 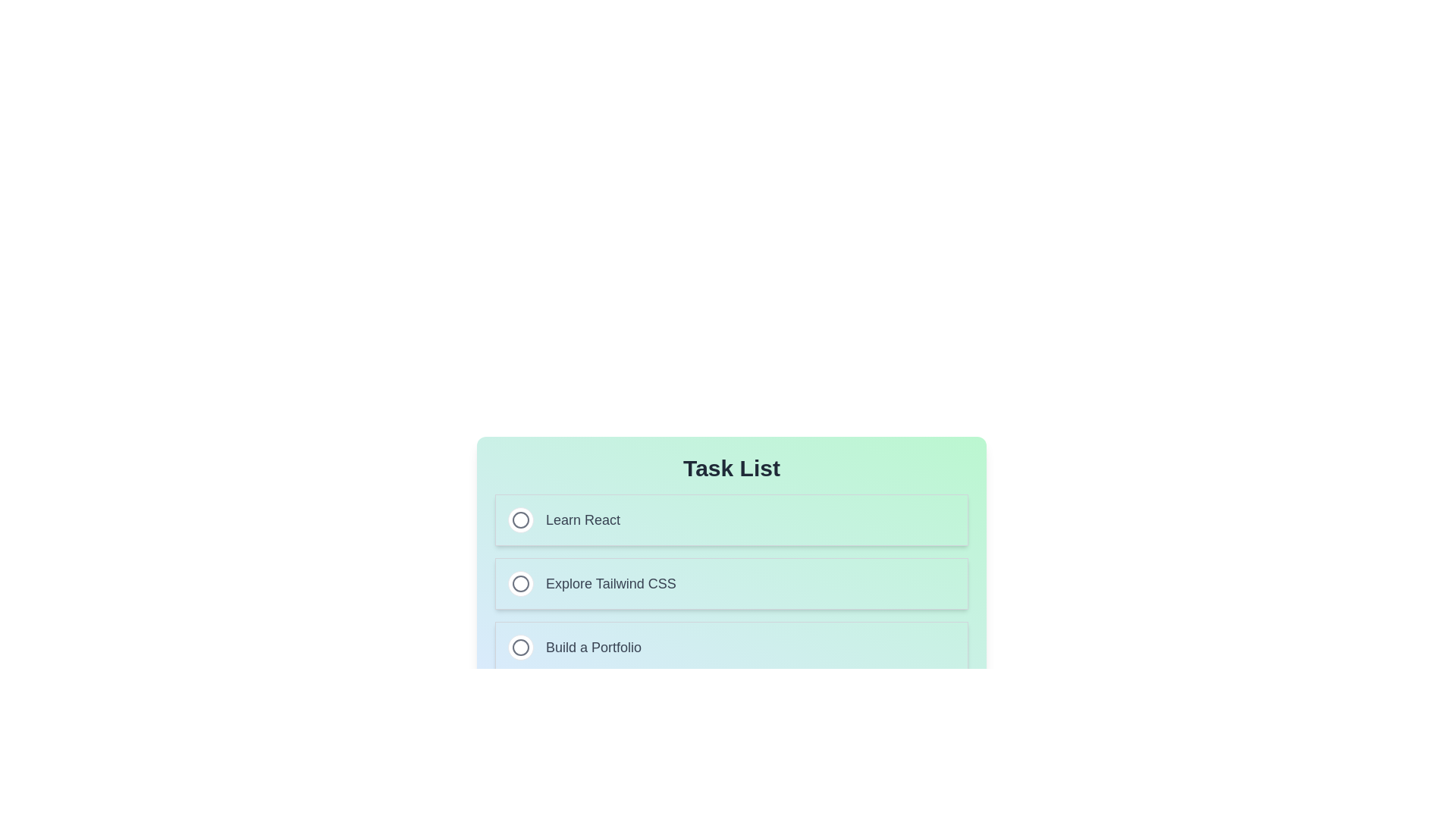 What do you see at coordinates (731, 647) in the screenshot?
I see `the interactive radio button associated with the 'Build a Portfolio' option in the third row of the vertical list` at bounding box center [731, 647].